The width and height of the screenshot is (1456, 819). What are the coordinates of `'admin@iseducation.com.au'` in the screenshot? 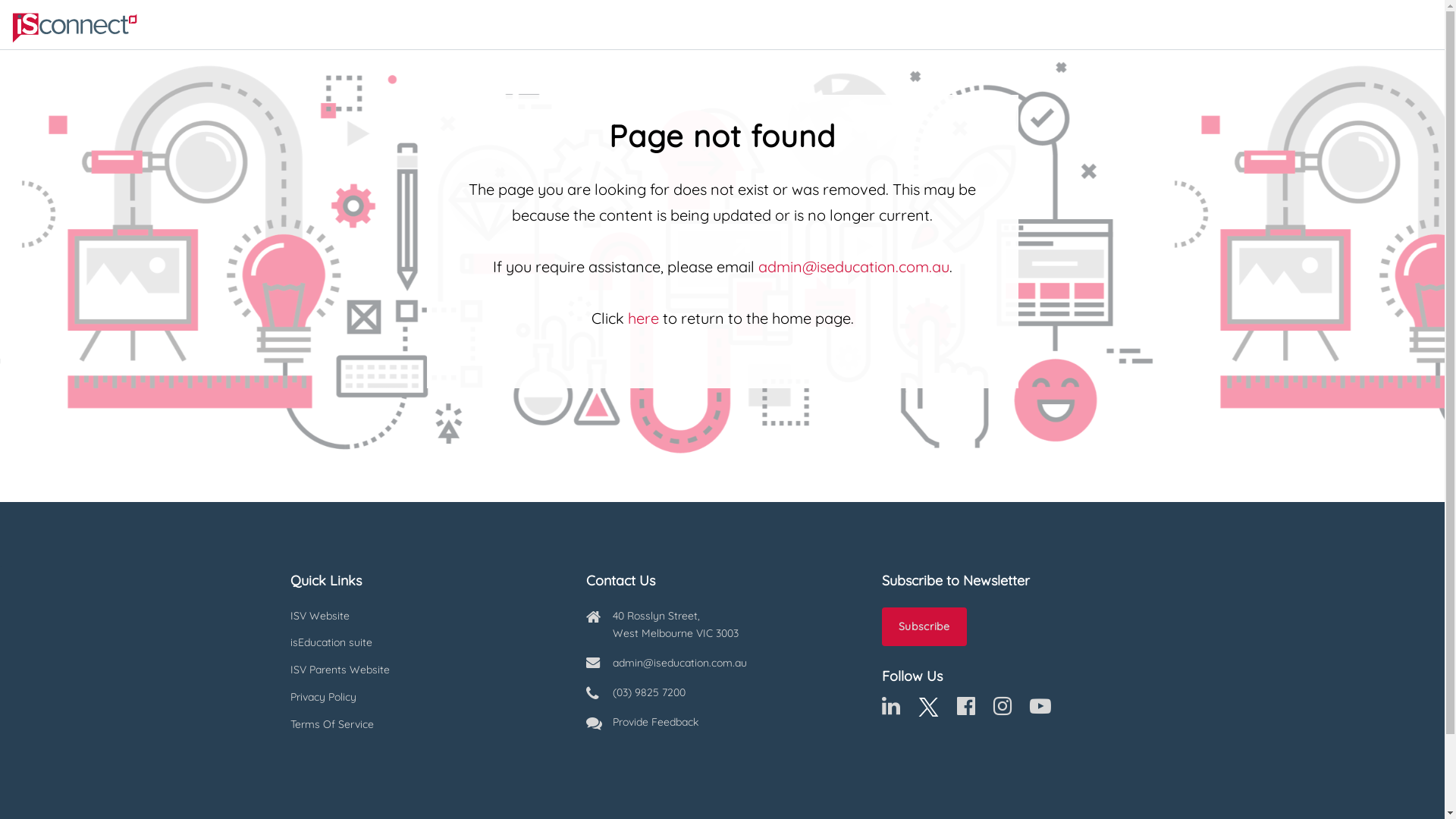 It's located at (612, 662).